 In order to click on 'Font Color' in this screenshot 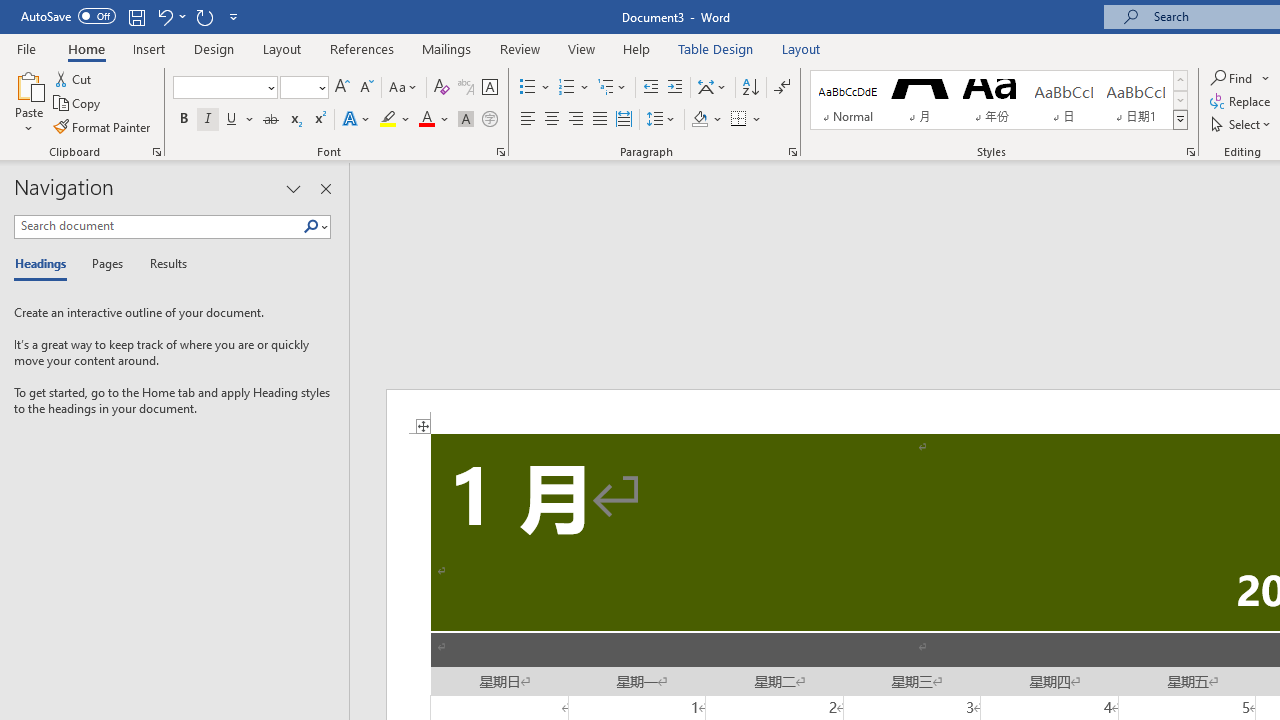, I will do `click(433, 119)`.